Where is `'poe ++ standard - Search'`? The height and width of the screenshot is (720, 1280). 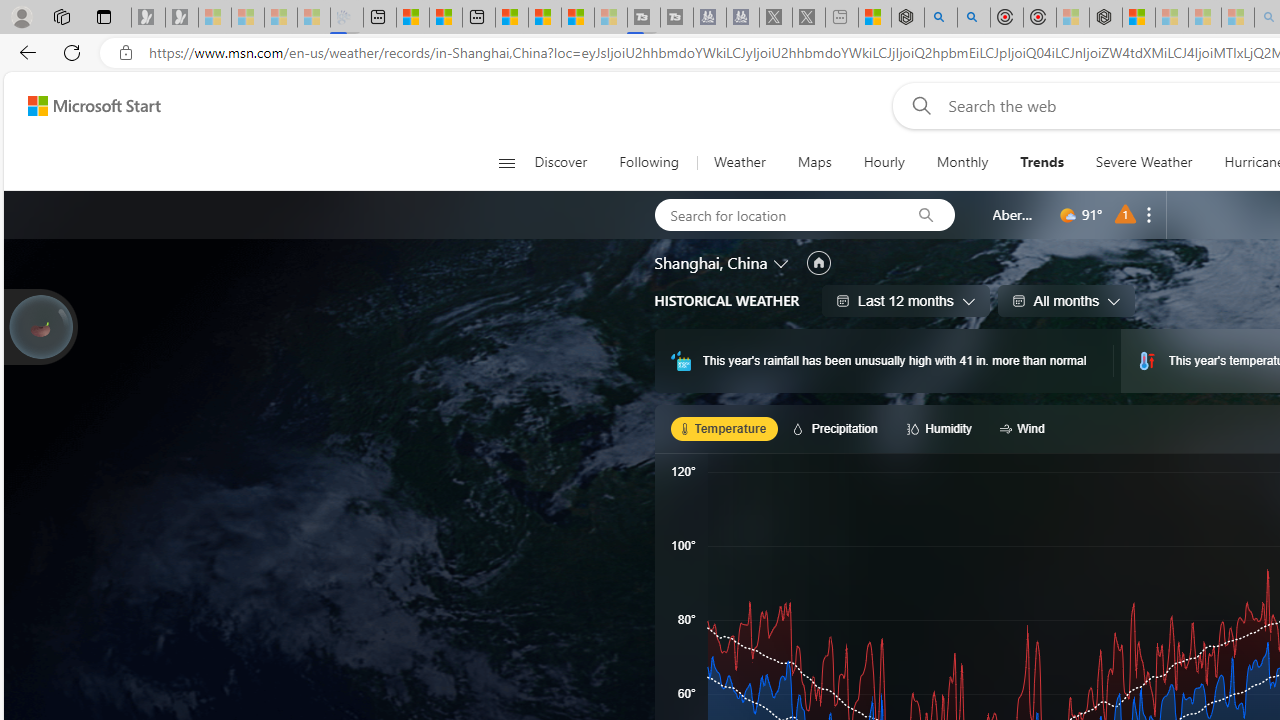
'poe ++ standard - Search' is located at coordinates (973, 17).